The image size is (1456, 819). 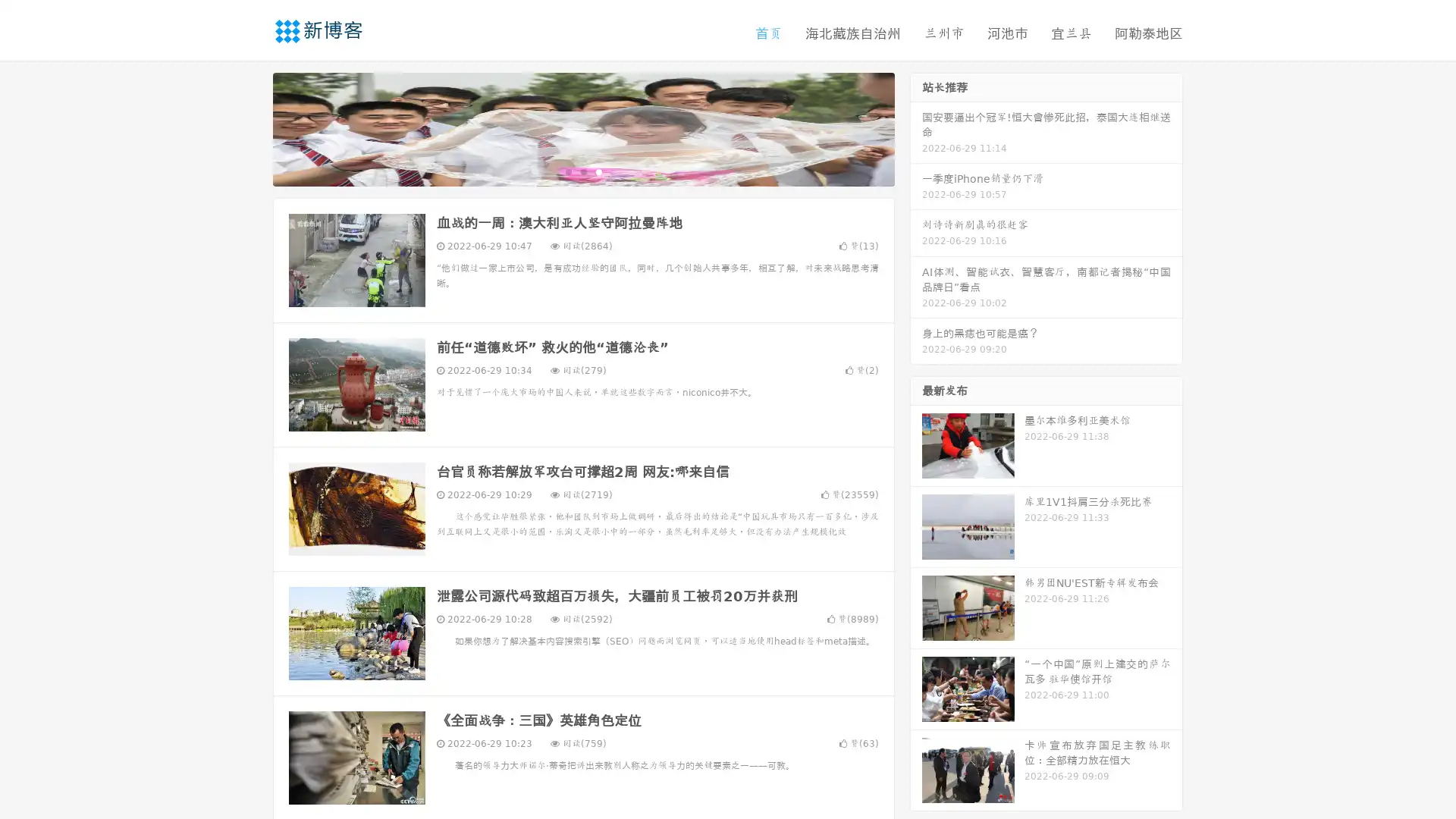 I want to click on Go to slide 3, so click(x=598, y=171).